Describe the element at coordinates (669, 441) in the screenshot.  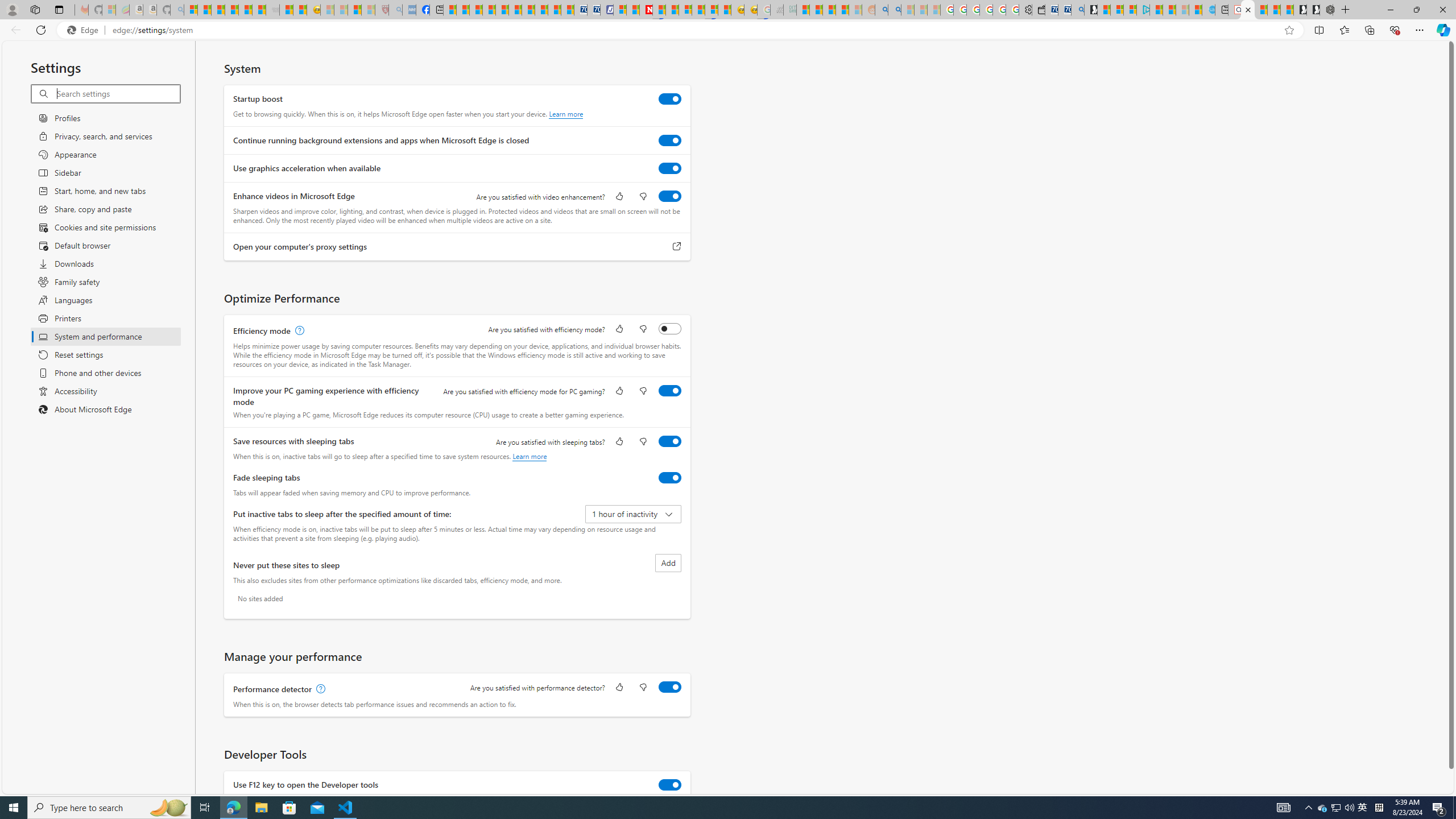
I see `'Save resources with sleeping tabs'` at that location.